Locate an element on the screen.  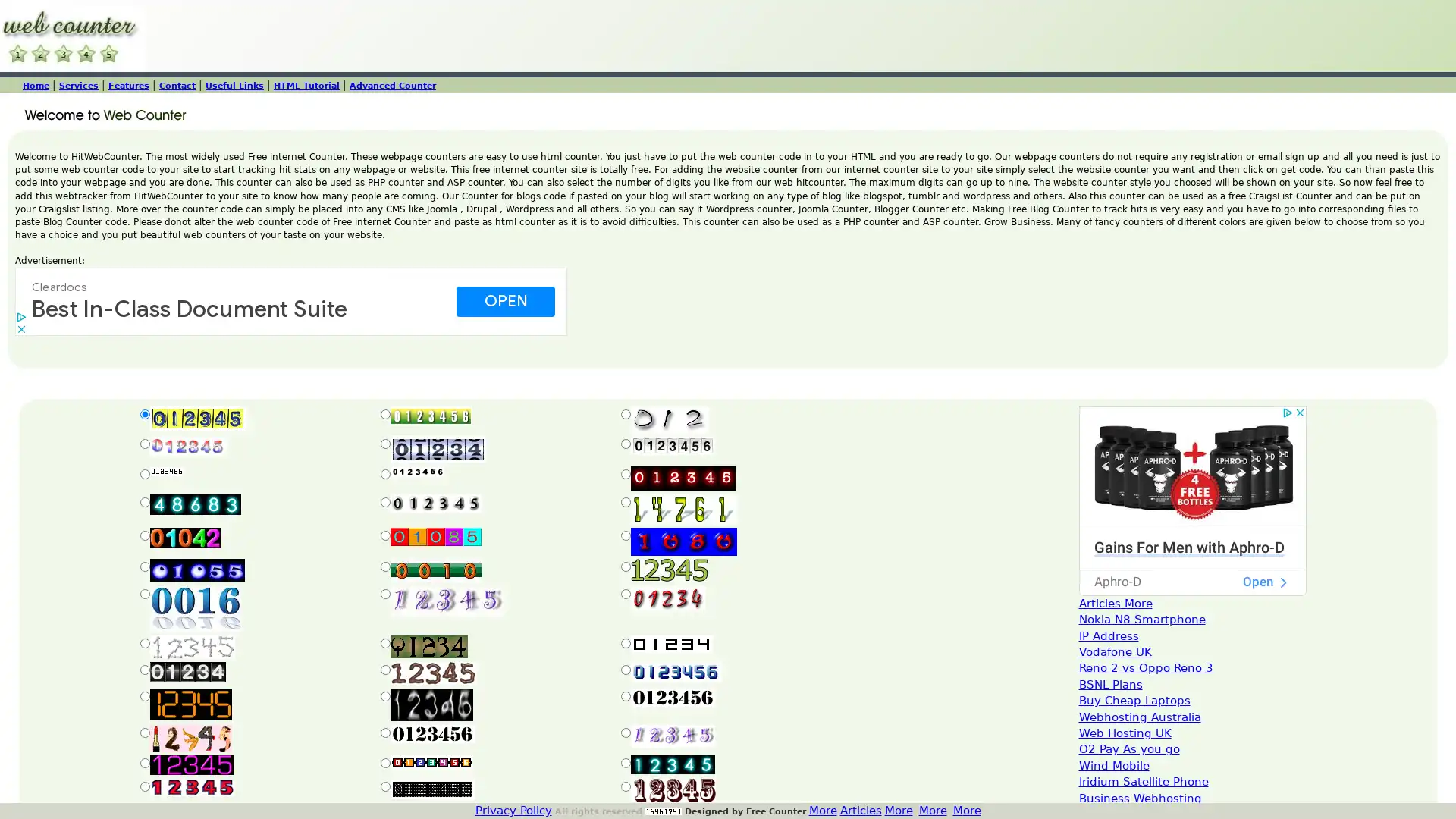
Submit is located at coordinates (435, 535).